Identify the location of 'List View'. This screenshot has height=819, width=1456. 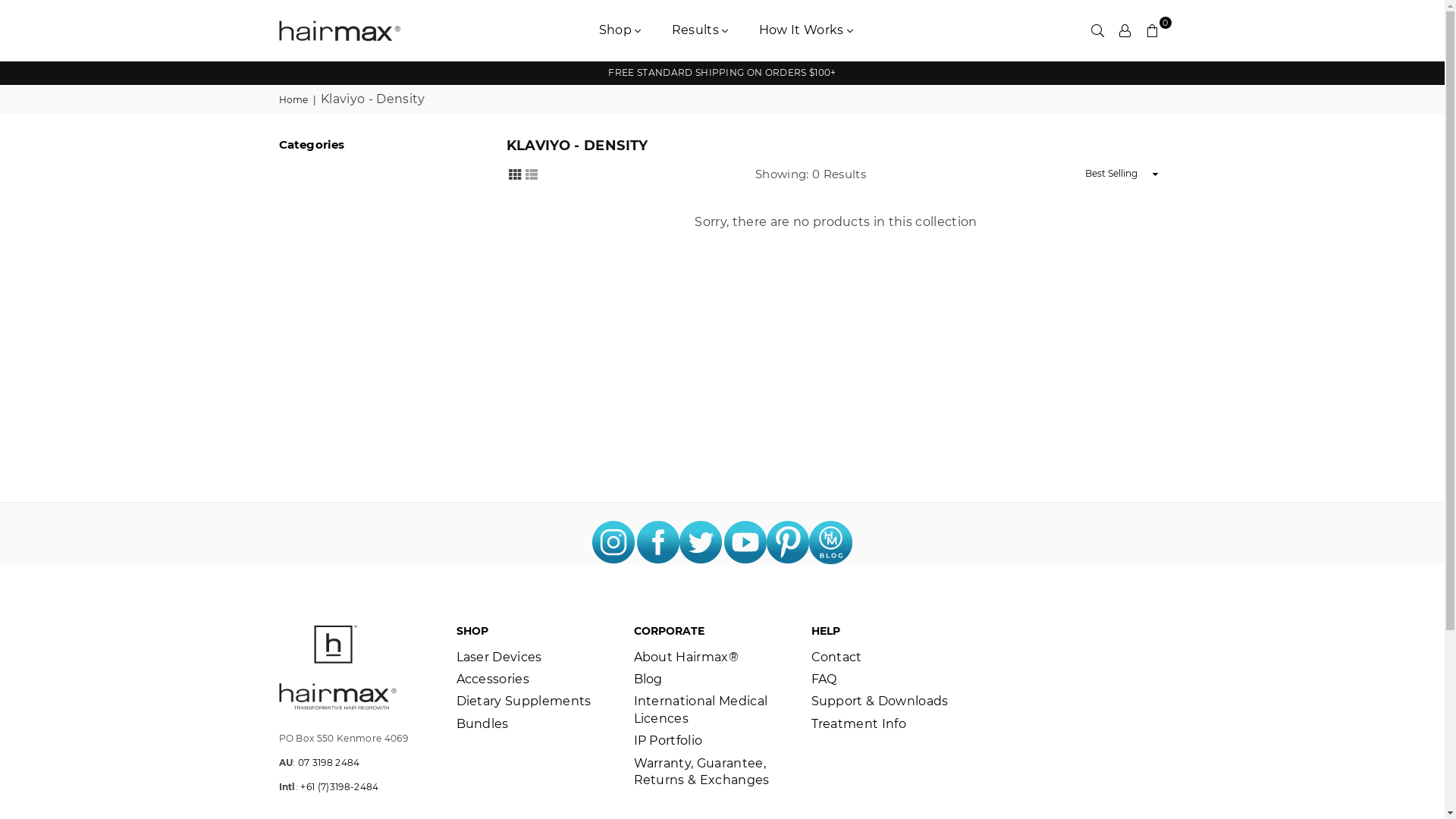
(531, 171).